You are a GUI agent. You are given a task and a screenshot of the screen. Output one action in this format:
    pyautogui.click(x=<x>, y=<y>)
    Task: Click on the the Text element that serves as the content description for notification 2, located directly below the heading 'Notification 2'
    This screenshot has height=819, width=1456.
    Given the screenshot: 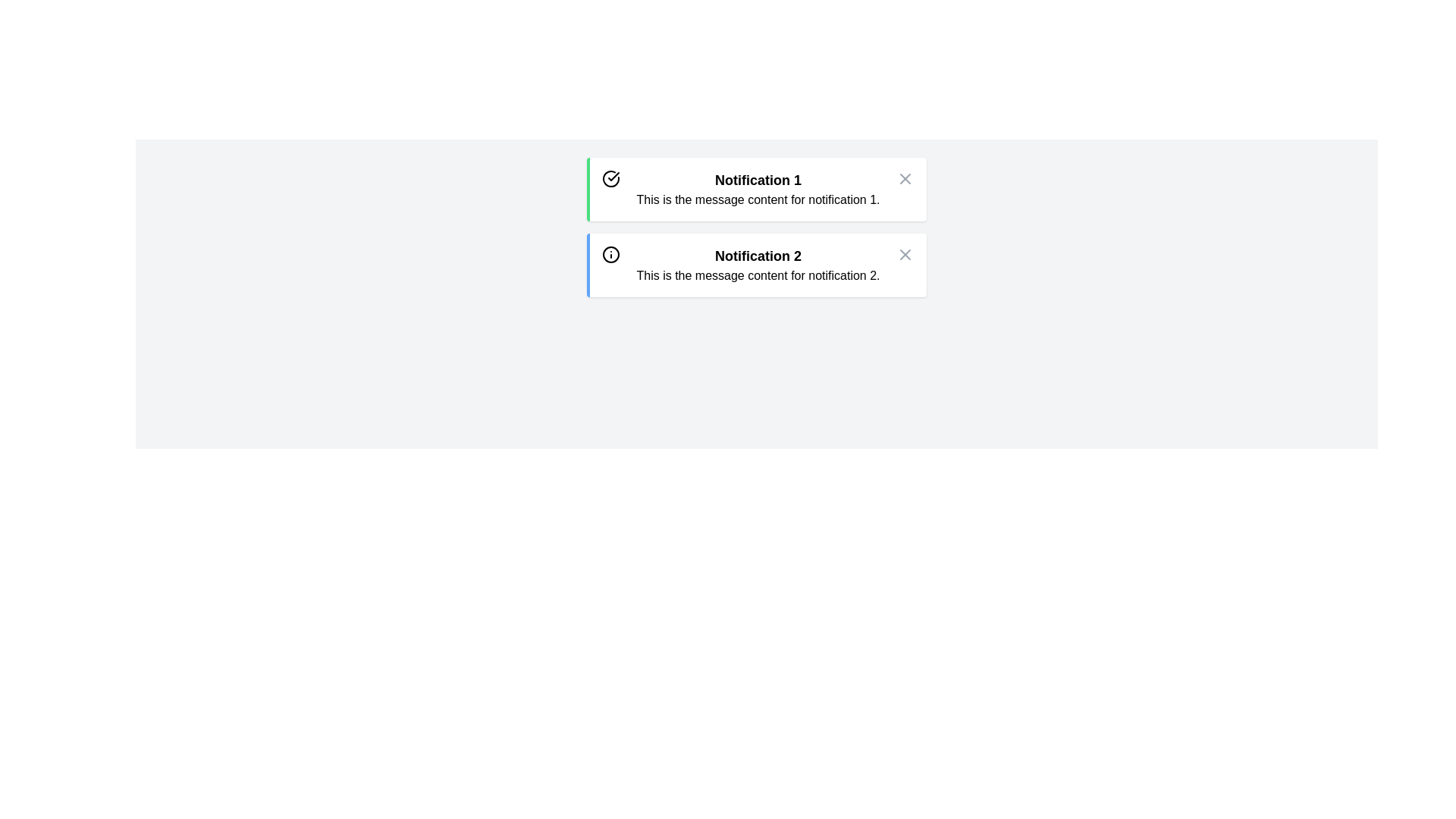 What is the action you would take?
    pyautogui.click(x=758, y=275)
    